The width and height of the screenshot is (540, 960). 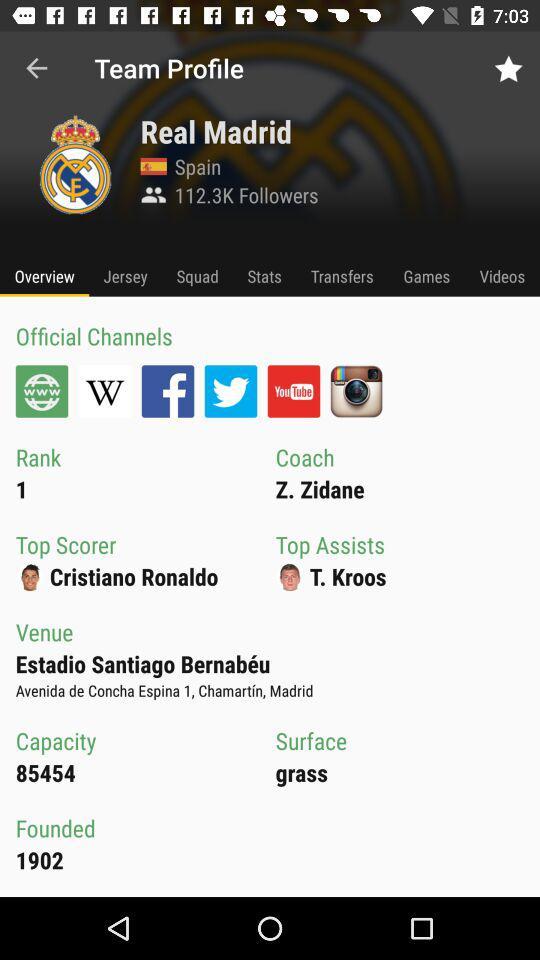 What do you see at coordinates (230, 390) in the screenshot?
I see `upload your official channels` at bounding box center [230, 390].